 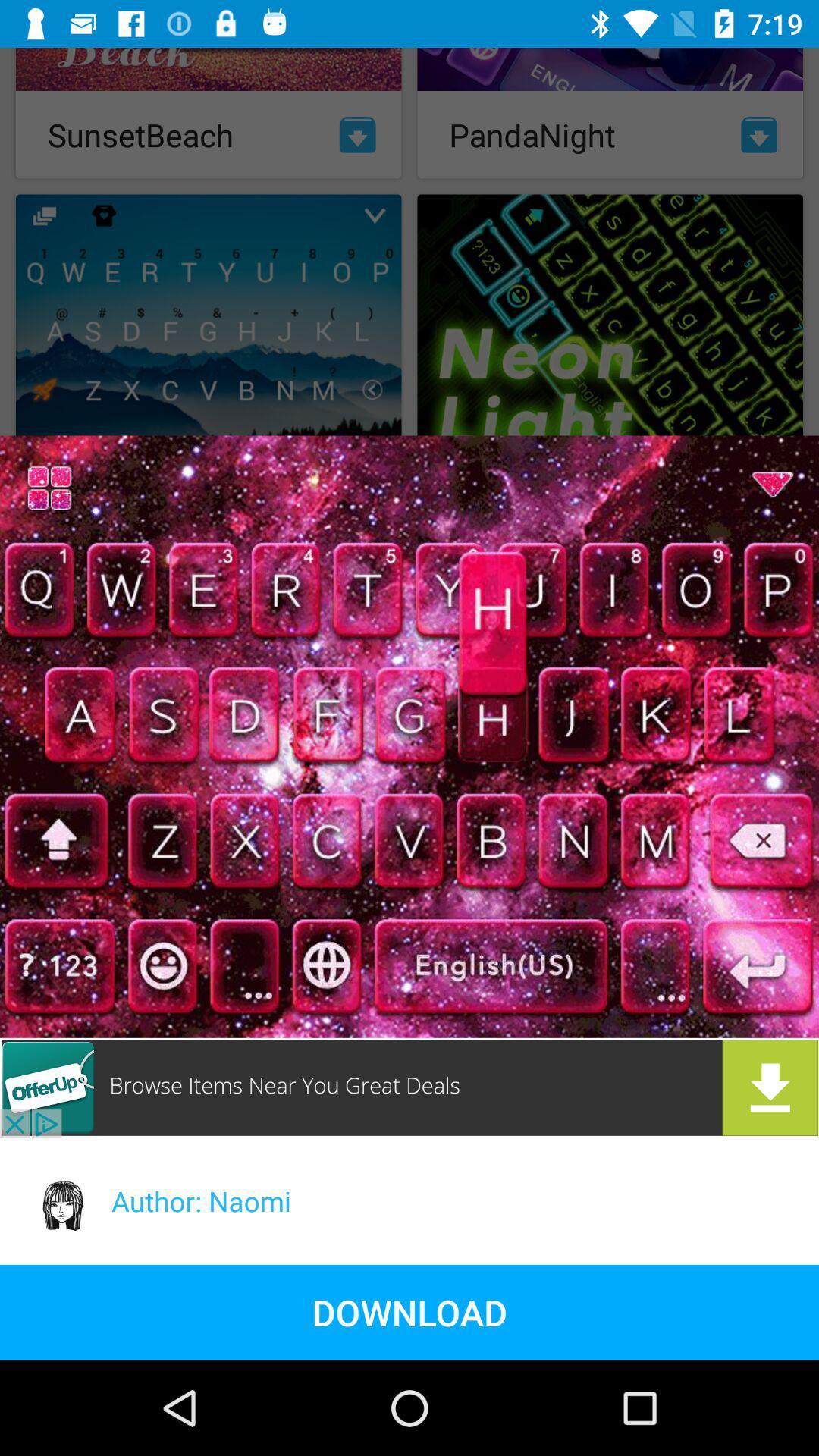 I want to click on download, so click(x=409, y=1087).